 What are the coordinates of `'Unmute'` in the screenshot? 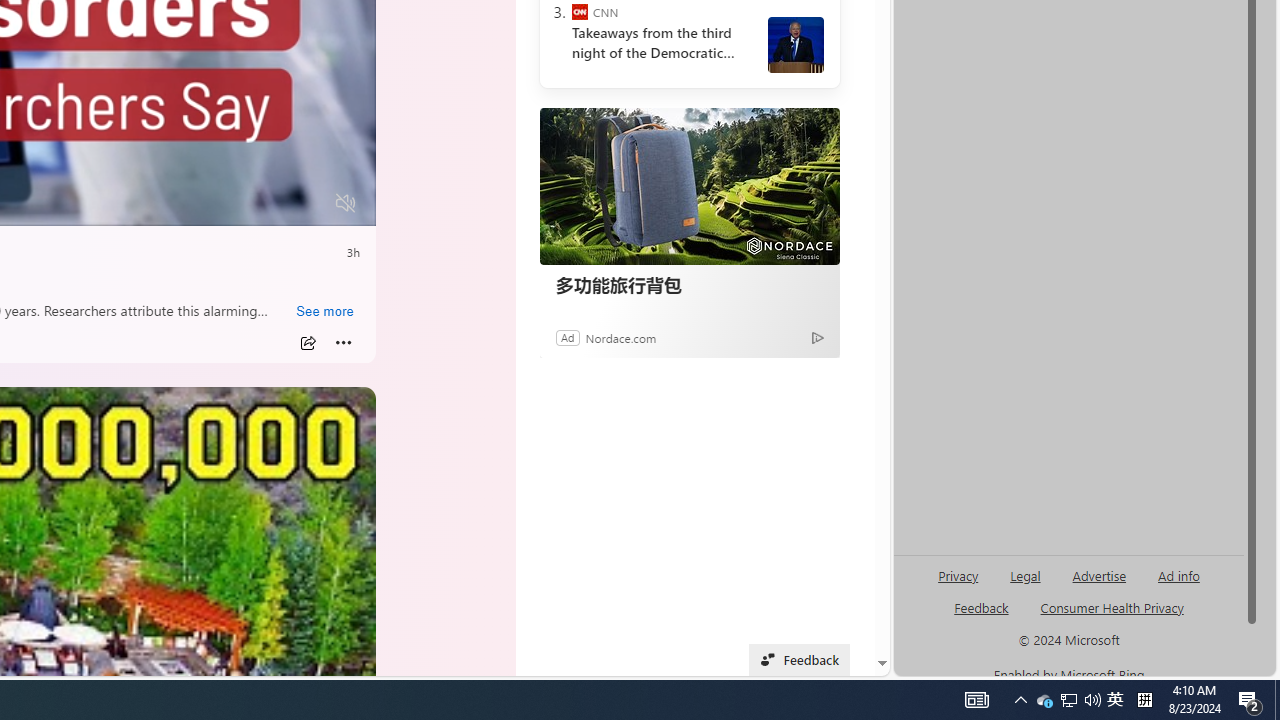 It's located at (346, 203).